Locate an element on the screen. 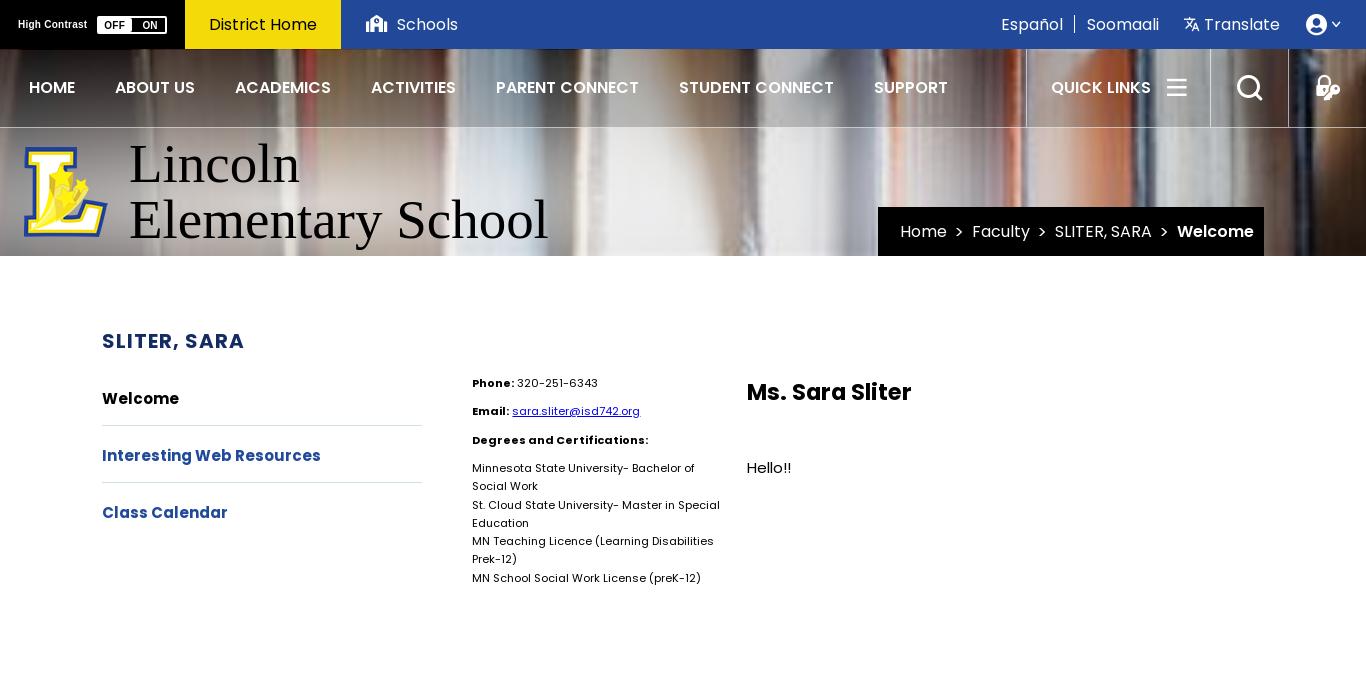 This screenshot has height=675, width=1366. 'Phone:' is located at coordinates (492, 381).